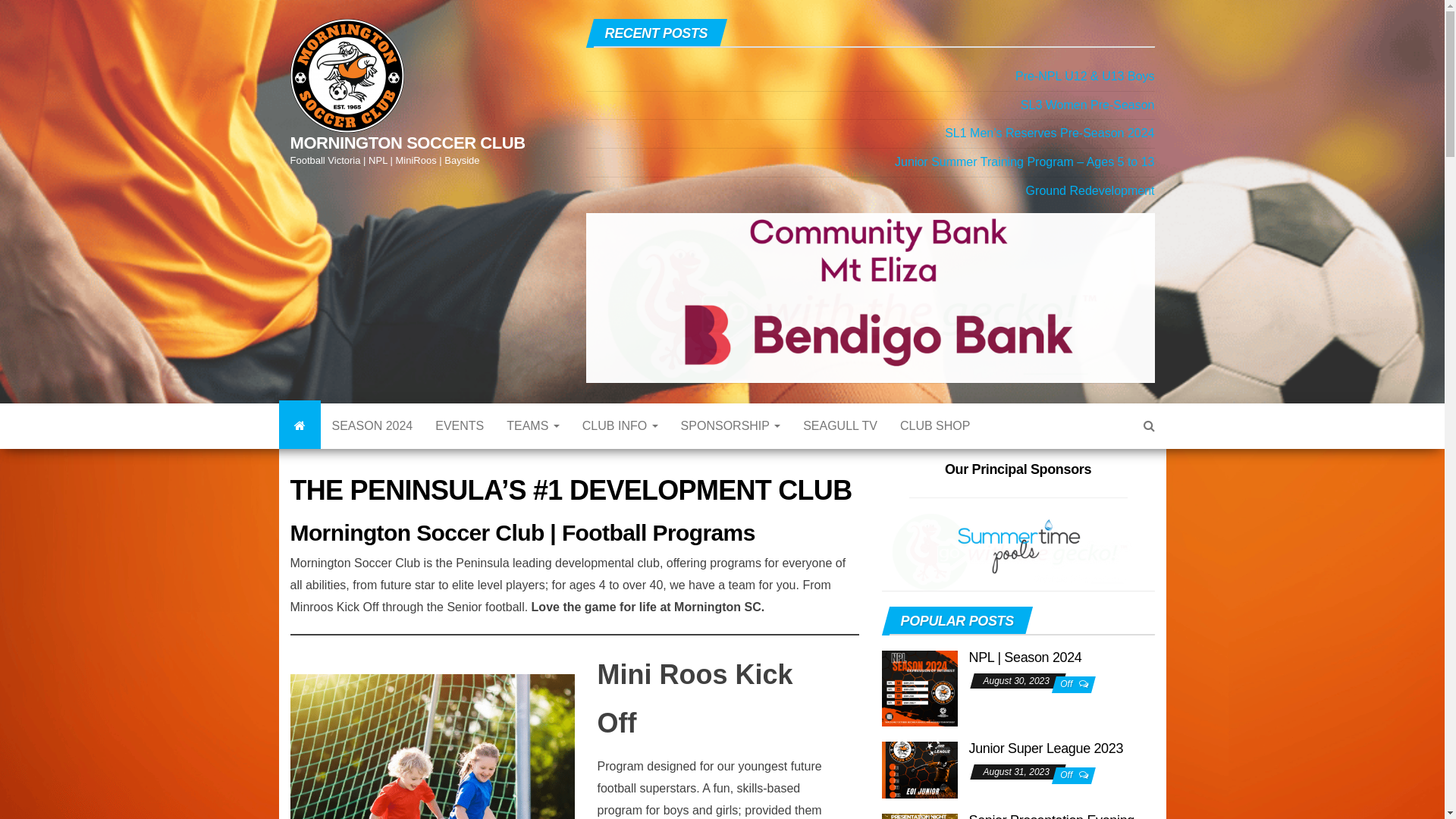 Image resolution: width=1456 pixels, height=819 pixels. What do you see at coordinates (494, 447) in the screenshot?
I see `'TEAMS'` at bounding box center [494, 447].